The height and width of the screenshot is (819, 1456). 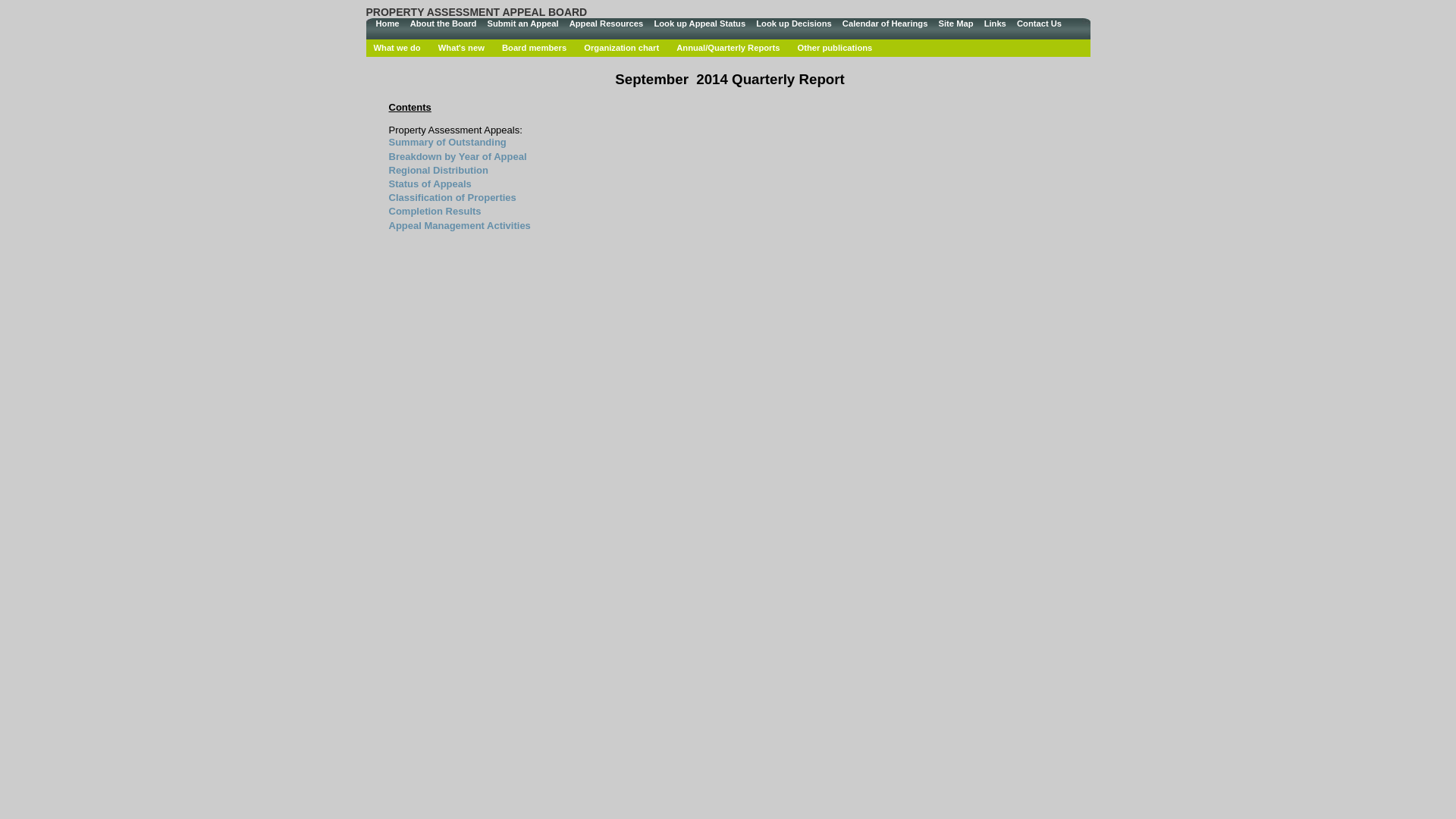 I want to click on 'Completion Results', so click(x=433, y=211).